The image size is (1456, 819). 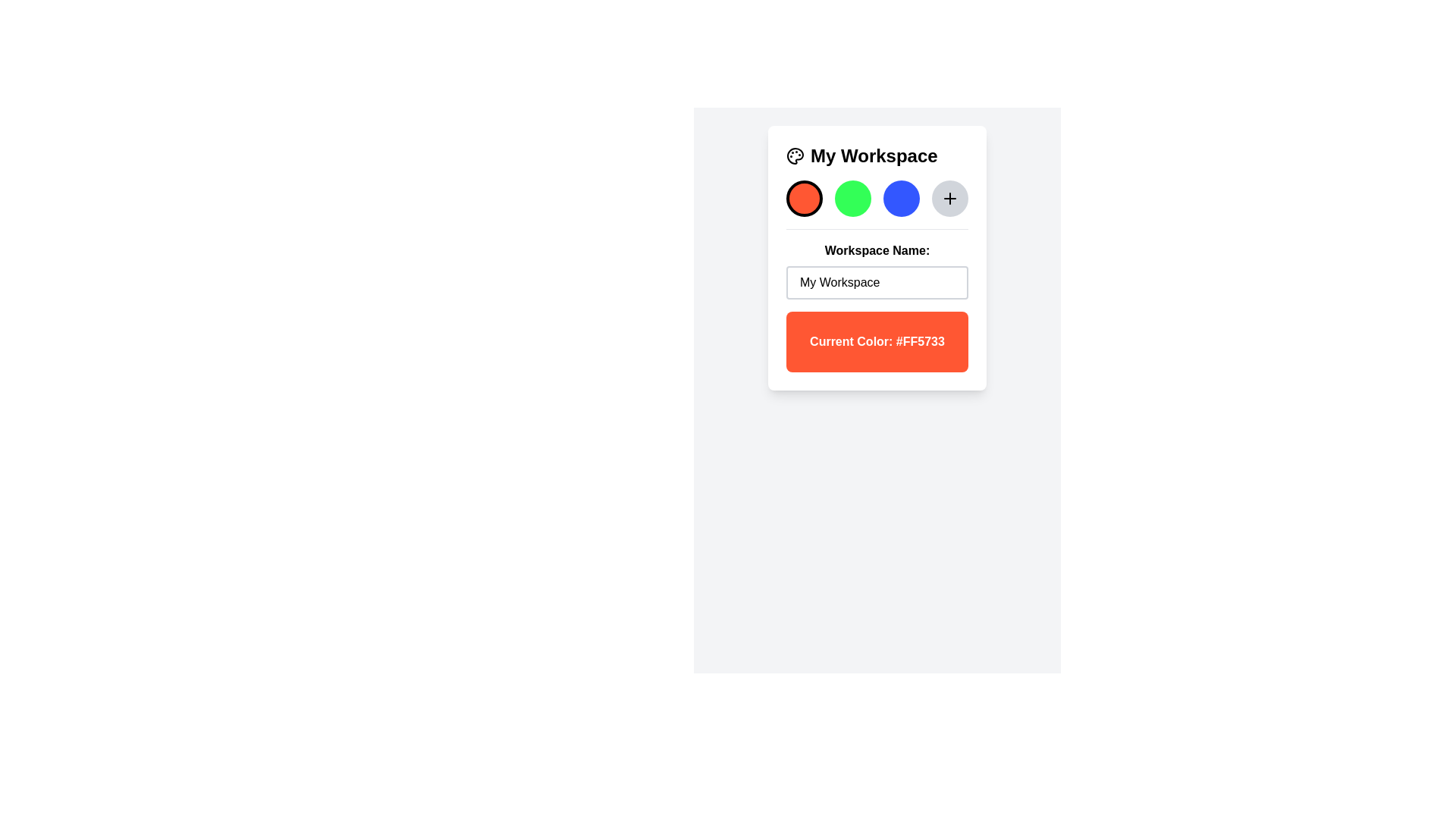 What do you see at coordinates (795, 155) in the screenshot?
I see `the painter's palette icon located at the top-left corner of the 'My Workspace' panel, preceding the title text` at bounding box center [795, 155].